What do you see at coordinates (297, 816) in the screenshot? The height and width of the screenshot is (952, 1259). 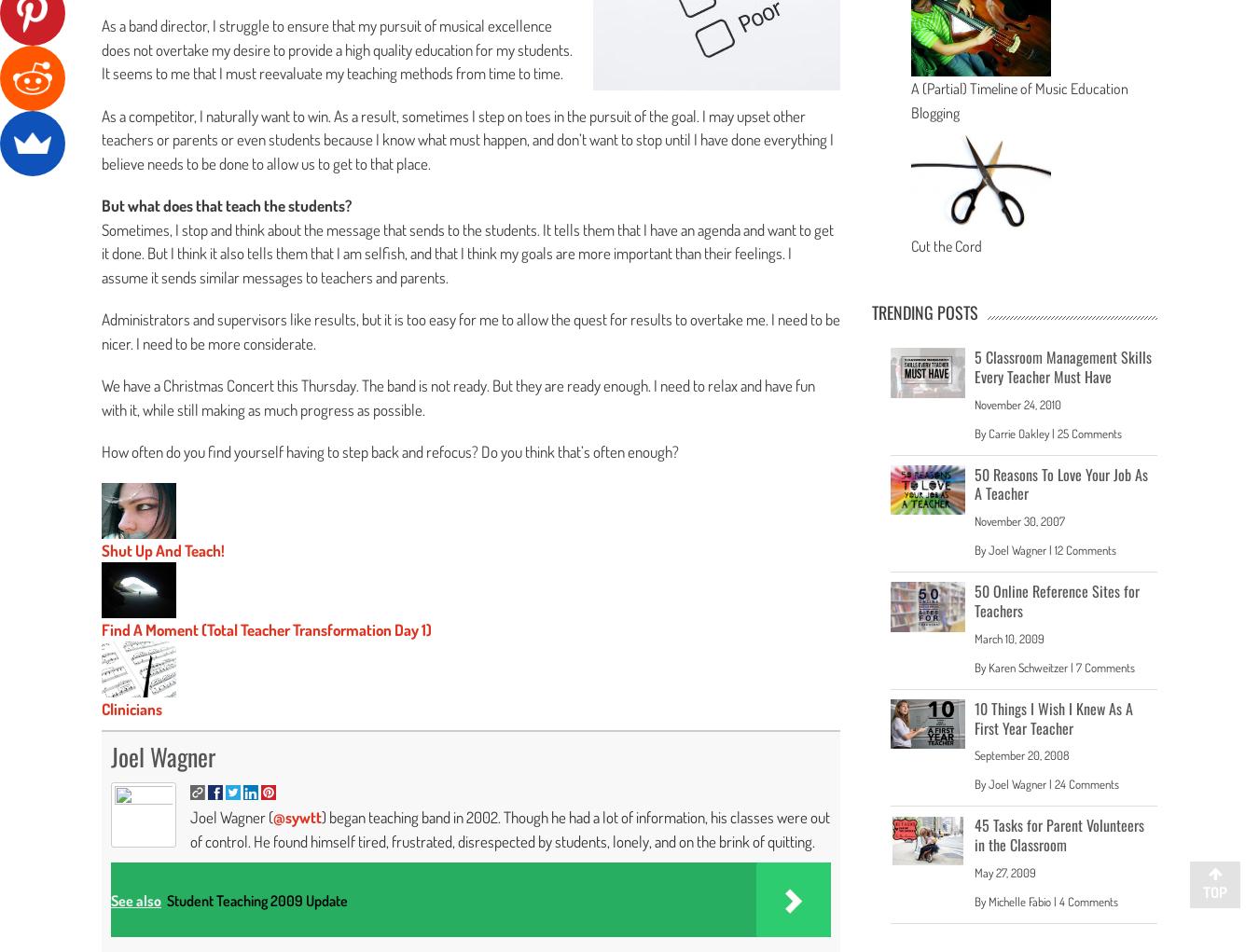 I see `'@sywtt'` at bounding box center [297, 816].